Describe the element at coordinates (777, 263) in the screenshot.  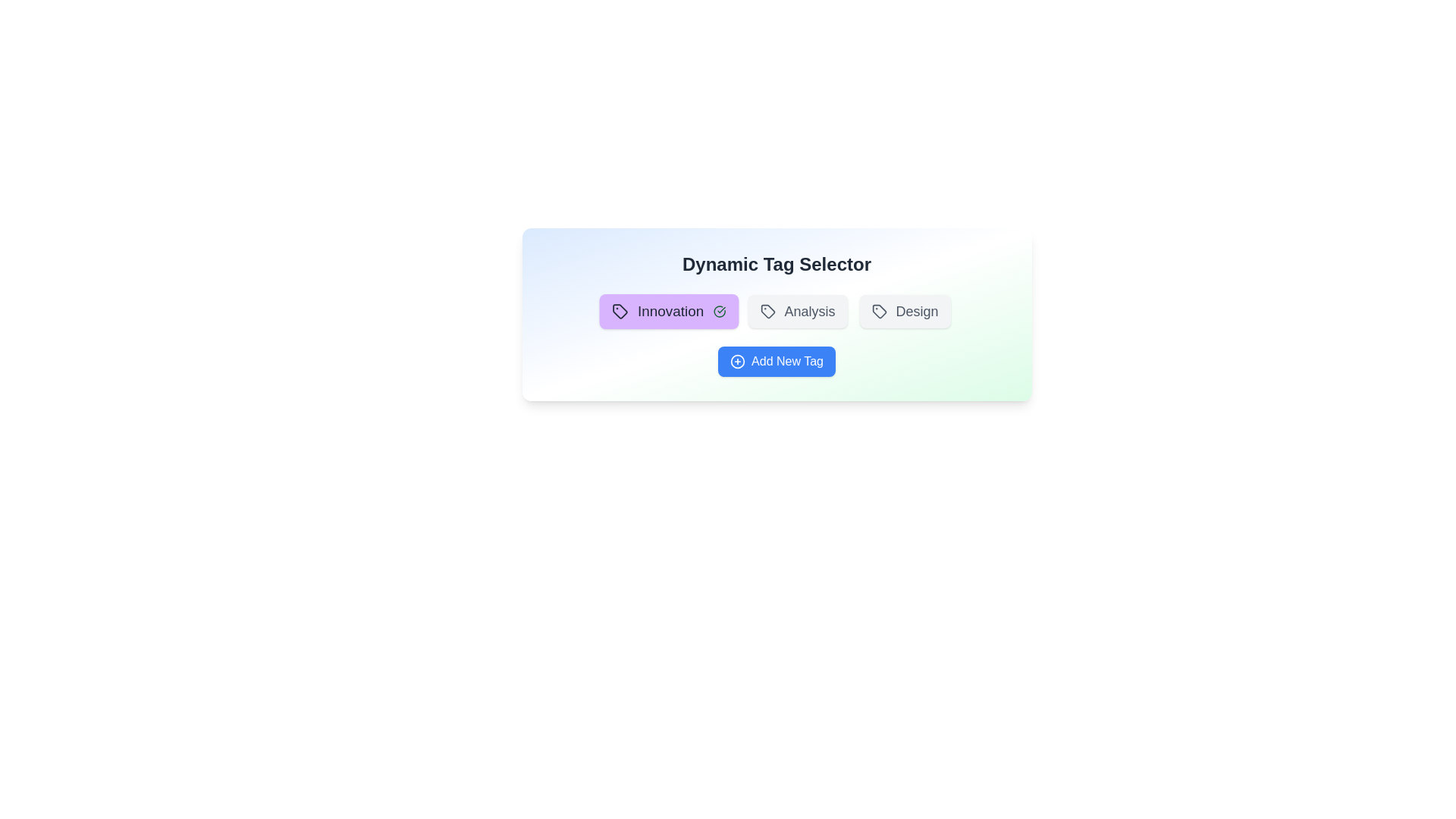
I see `the header text by clicking on it` at that location.